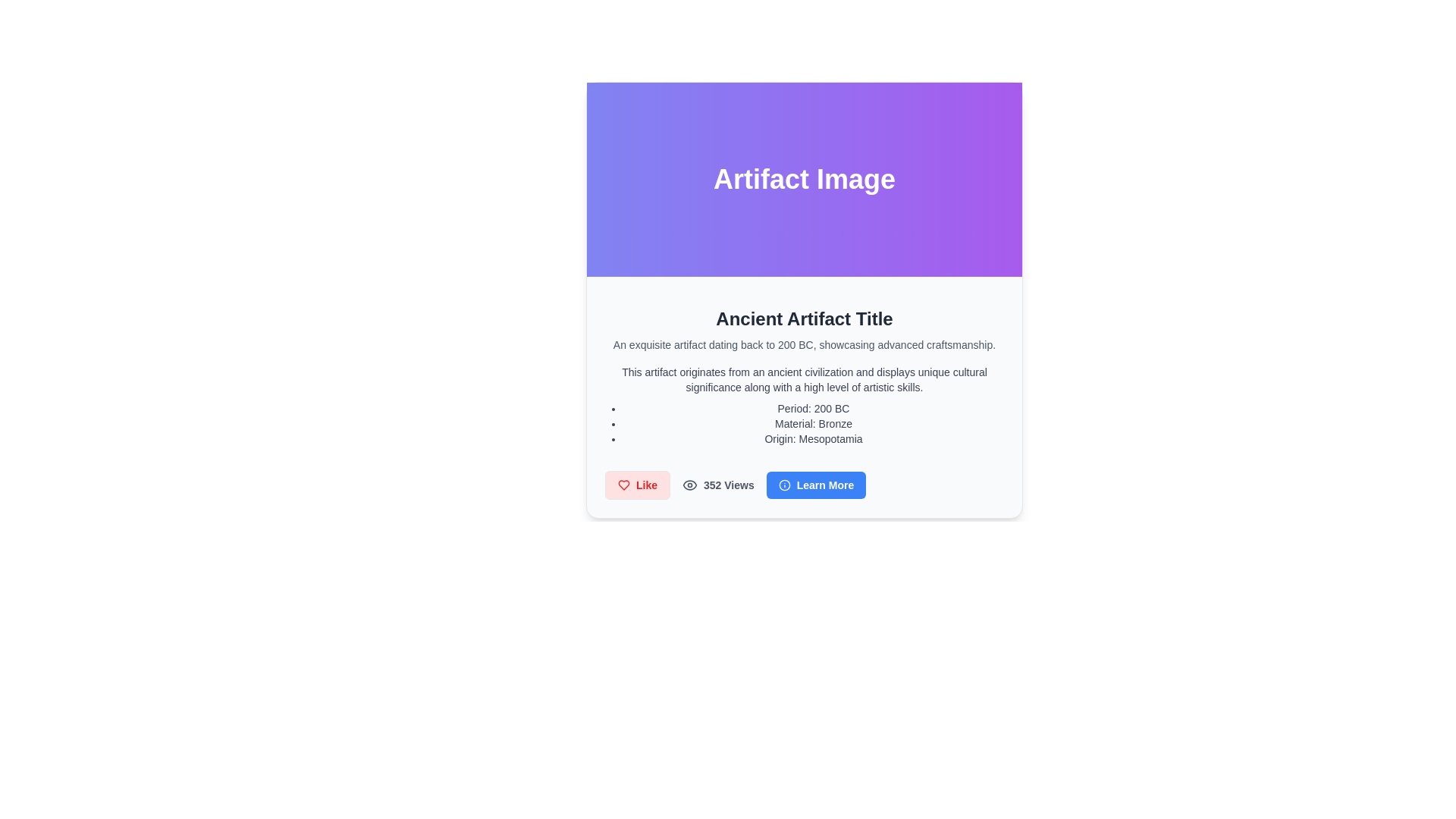  I want to click on the 'Like' button, which is the leftmost element in a horizontal layout of three items on the card interface, to like the displayed content, so click(637, 485).